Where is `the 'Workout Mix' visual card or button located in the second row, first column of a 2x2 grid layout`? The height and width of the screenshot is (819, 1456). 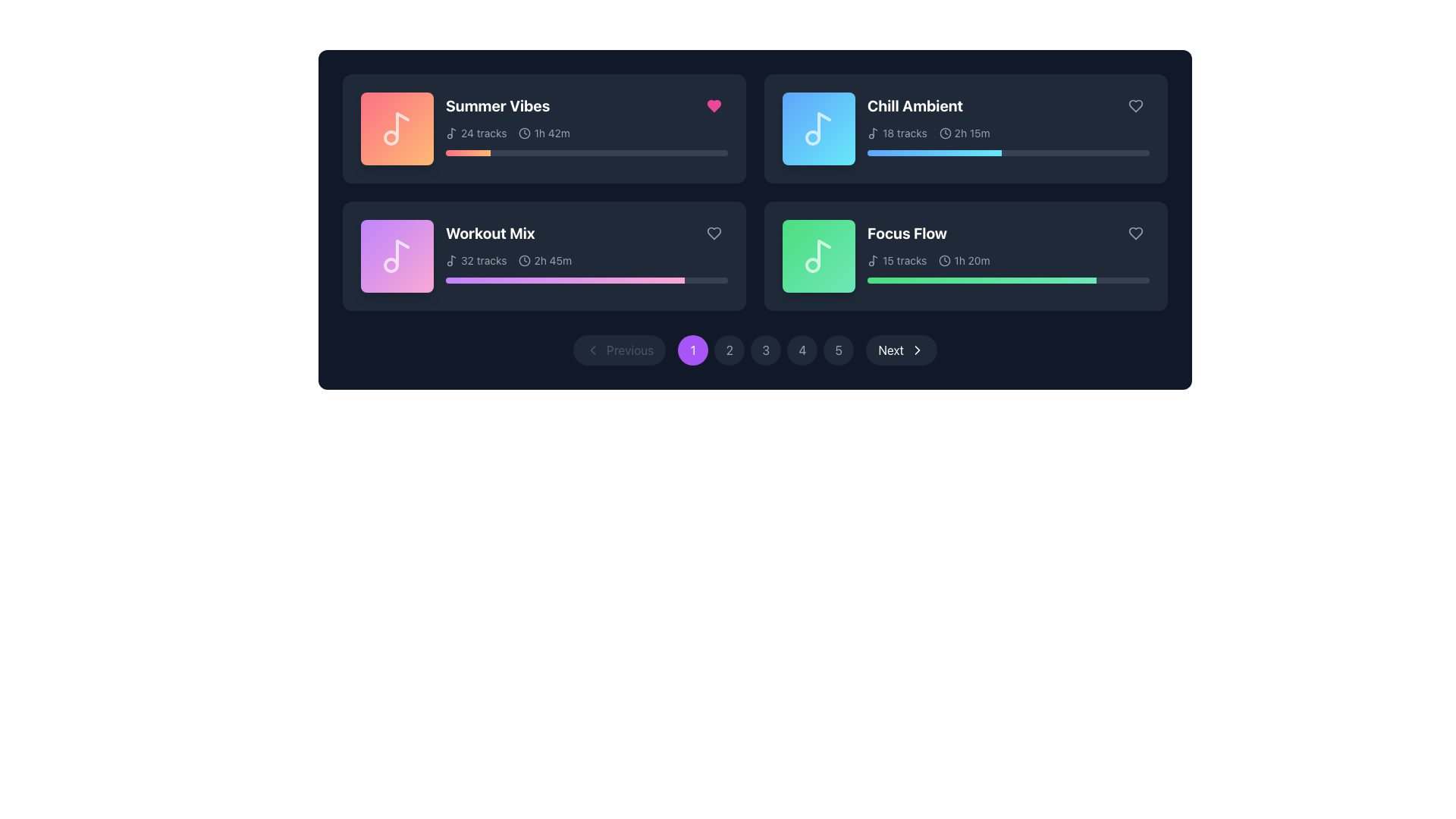 the 'Workout Mix' visual card or button located in the second row, first column of a 2x2 grid layout is located at coordinates (397, 256).